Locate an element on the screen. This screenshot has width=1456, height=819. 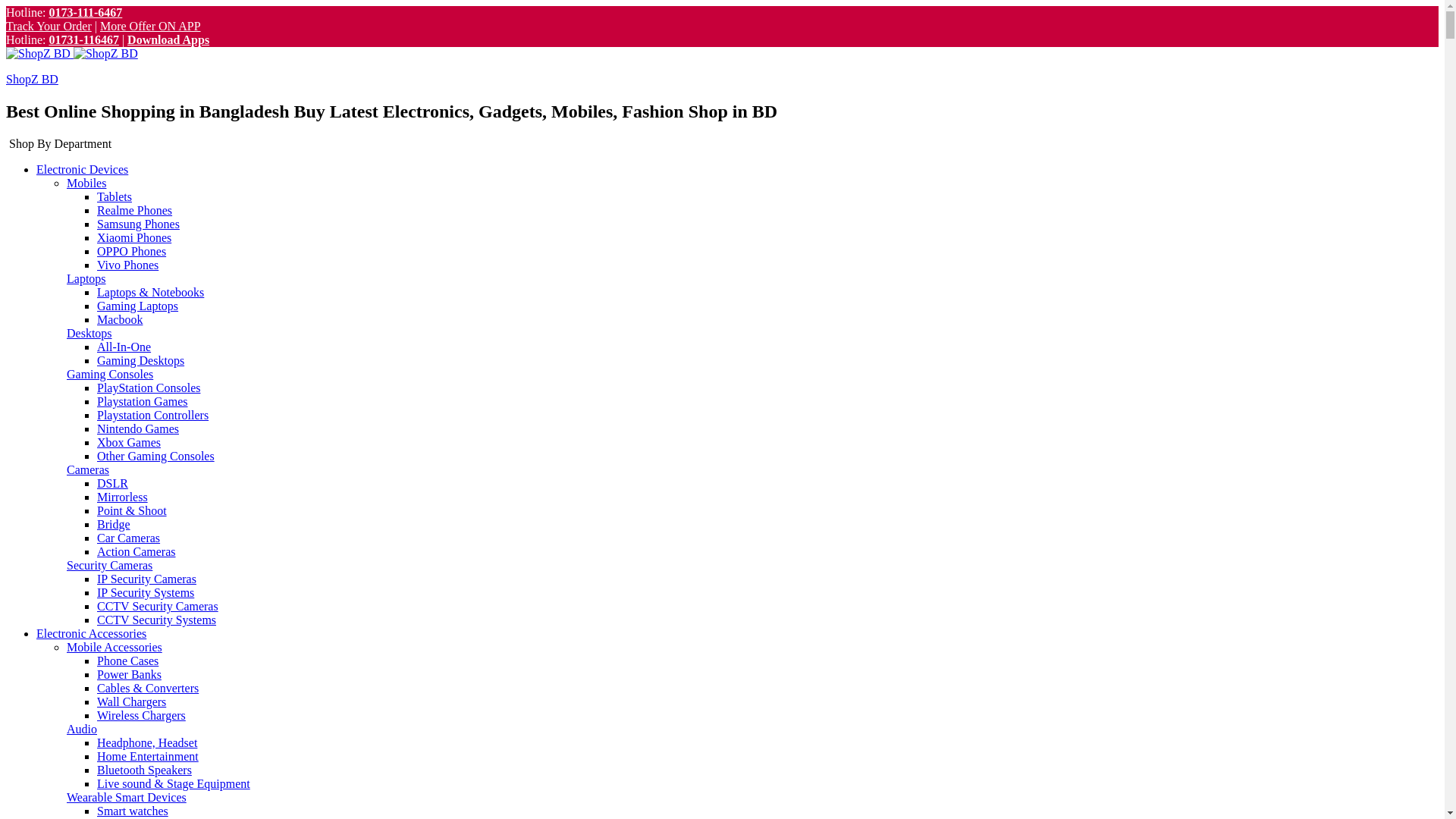
'Wall Chargers' is located at coordinates (131, 701).